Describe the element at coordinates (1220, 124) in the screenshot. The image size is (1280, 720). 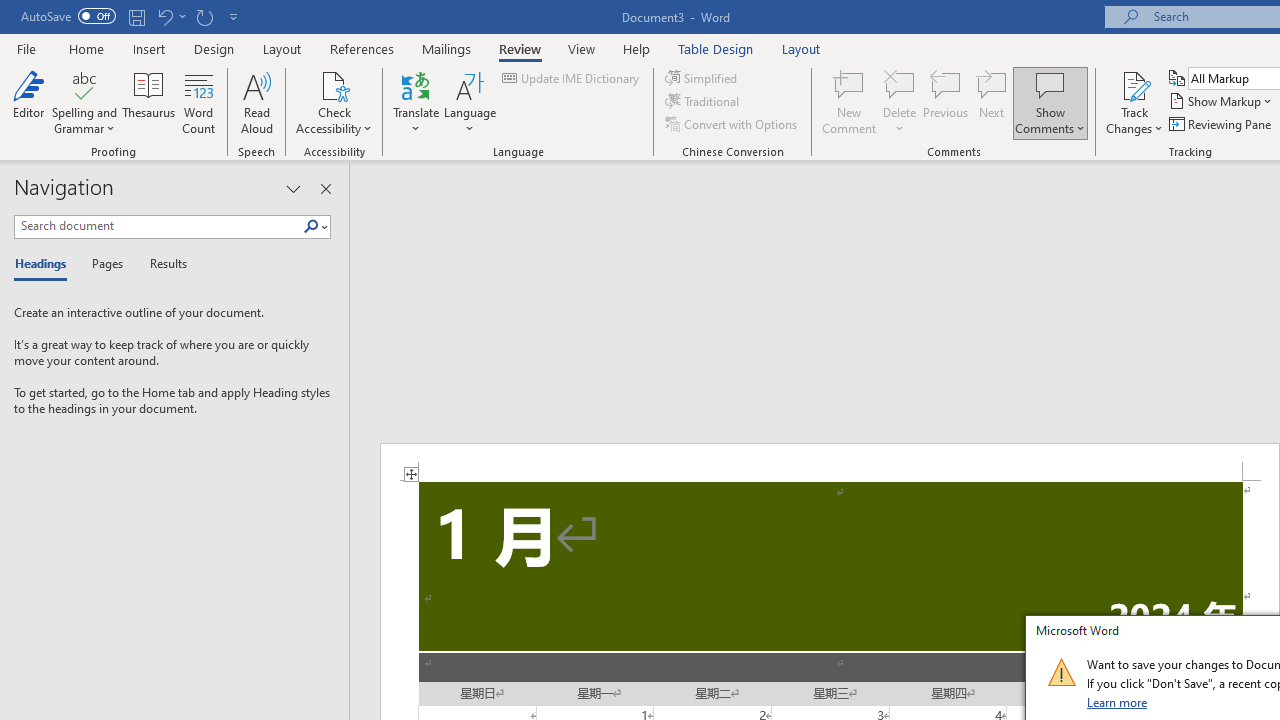
I see `'Reviewing Pane'` at that location.